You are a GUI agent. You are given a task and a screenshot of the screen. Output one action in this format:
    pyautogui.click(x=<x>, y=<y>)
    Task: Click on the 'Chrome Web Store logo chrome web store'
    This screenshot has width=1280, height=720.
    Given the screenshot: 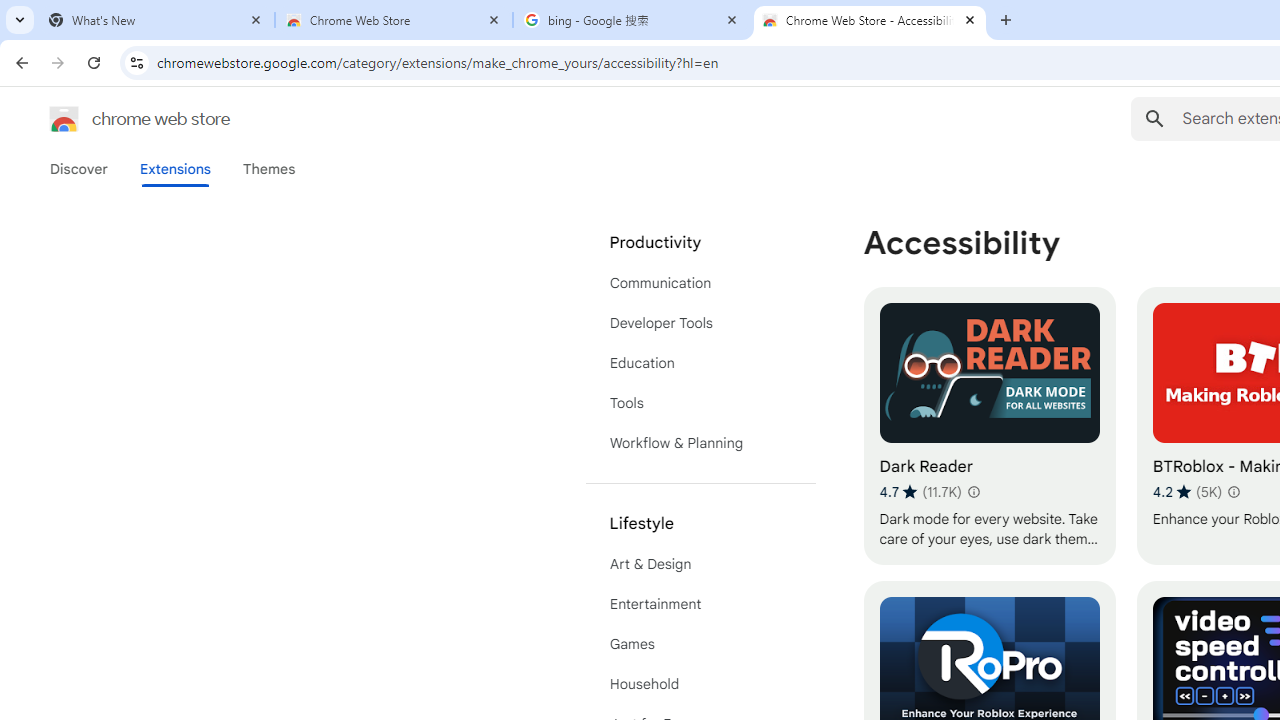 What is the action you would take?
    pyautogui.click(x=118, y=119)
    